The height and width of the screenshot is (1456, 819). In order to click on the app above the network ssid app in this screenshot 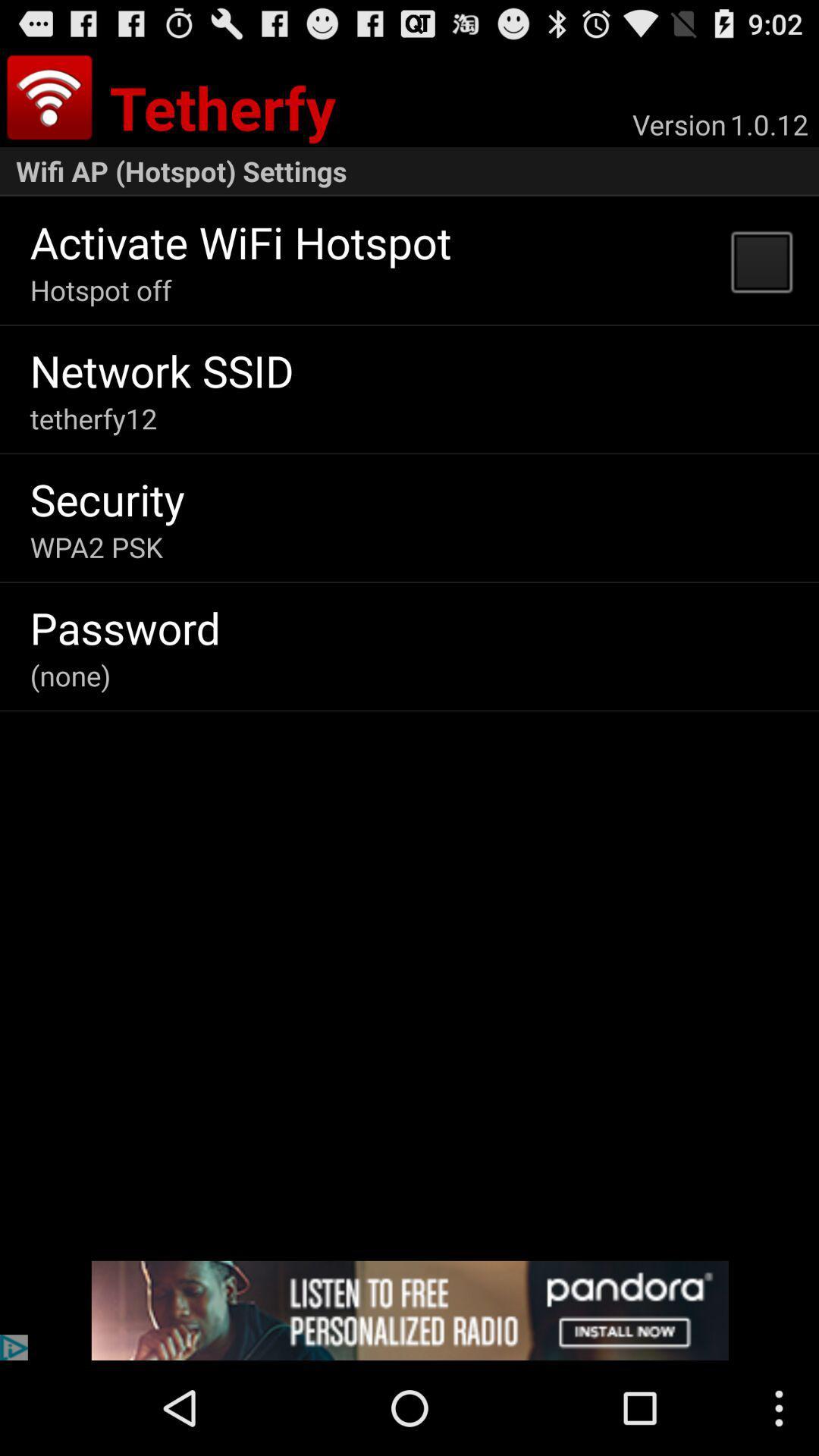, I will do `click(101, 290)`.